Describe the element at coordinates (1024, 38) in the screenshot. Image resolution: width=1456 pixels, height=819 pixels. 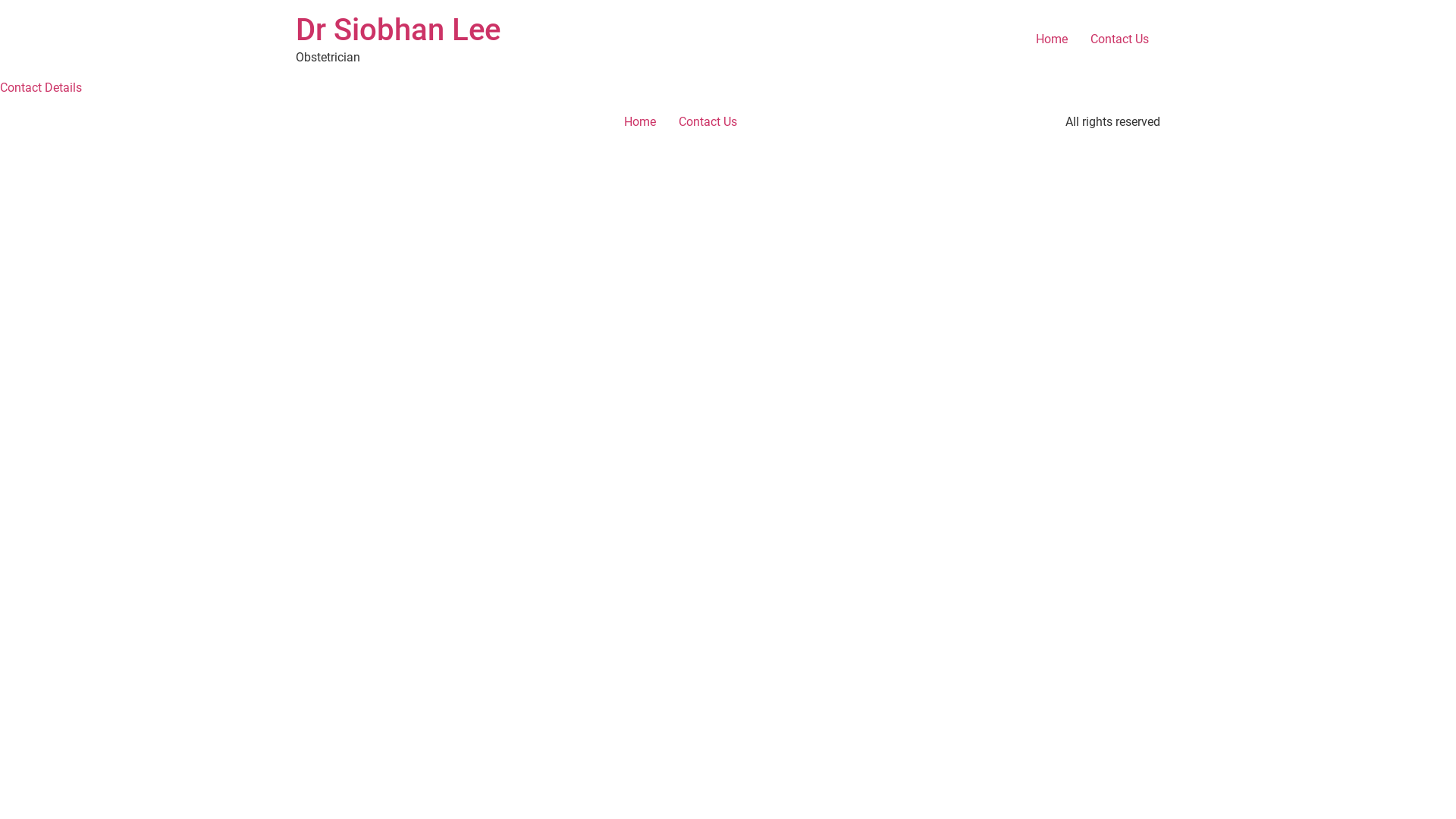
I see `'Home'` at that location.